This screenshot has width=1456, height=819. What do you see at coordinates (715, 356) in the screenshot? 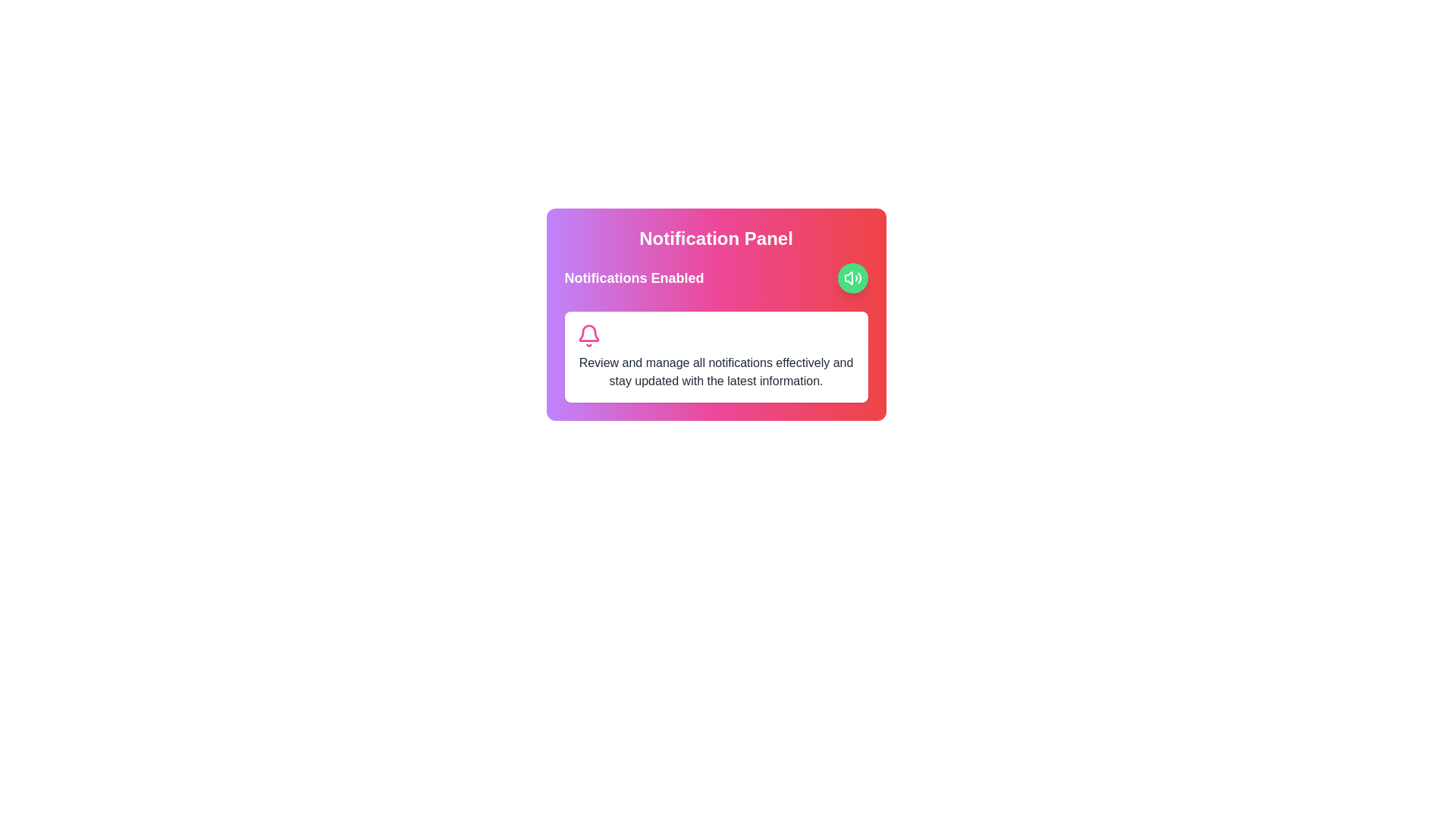
I see `the informational panel that provides guidance or a description regarding the notification feature, located below the 'Notifications Enabled' text and its associated green circular icon` at bounding box center [715, 356].